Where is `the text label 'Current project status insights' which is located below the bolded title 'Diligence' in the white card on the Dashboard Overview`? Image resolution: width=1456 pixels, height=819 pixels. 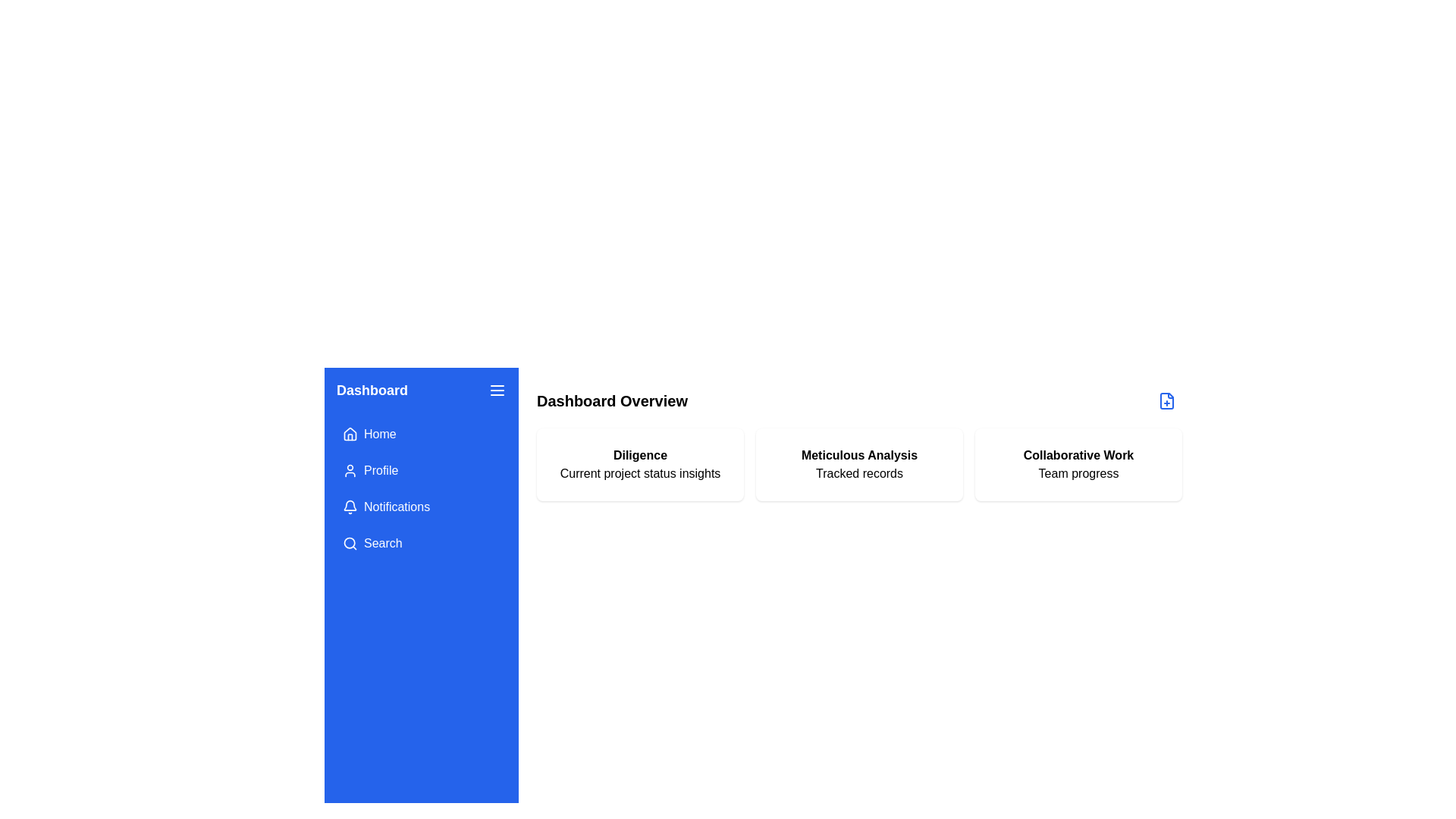
the text label 'Current project status insights' which is located below the bolded title 'Diligence' in the white card on the Dashboard Overview is located at coordinates (640, 472).